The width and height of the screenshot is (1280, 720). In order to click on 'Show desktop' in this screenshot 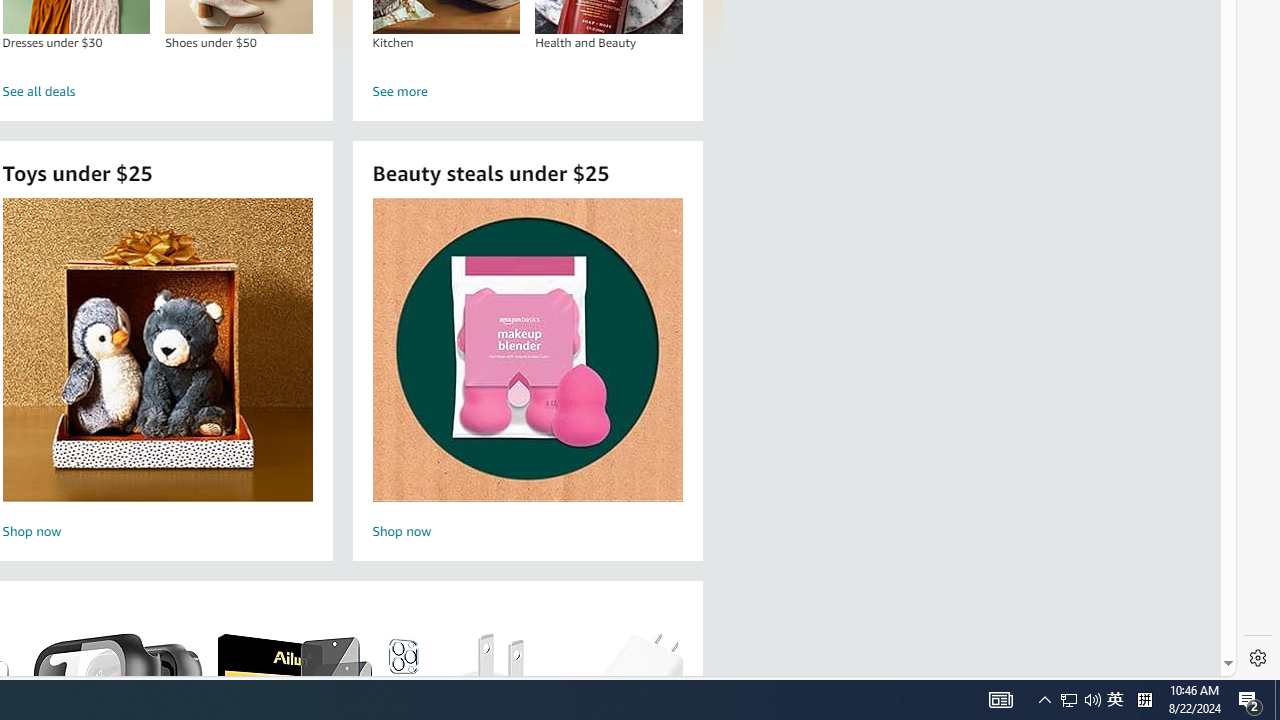, I will do `click(1276, 698)`.